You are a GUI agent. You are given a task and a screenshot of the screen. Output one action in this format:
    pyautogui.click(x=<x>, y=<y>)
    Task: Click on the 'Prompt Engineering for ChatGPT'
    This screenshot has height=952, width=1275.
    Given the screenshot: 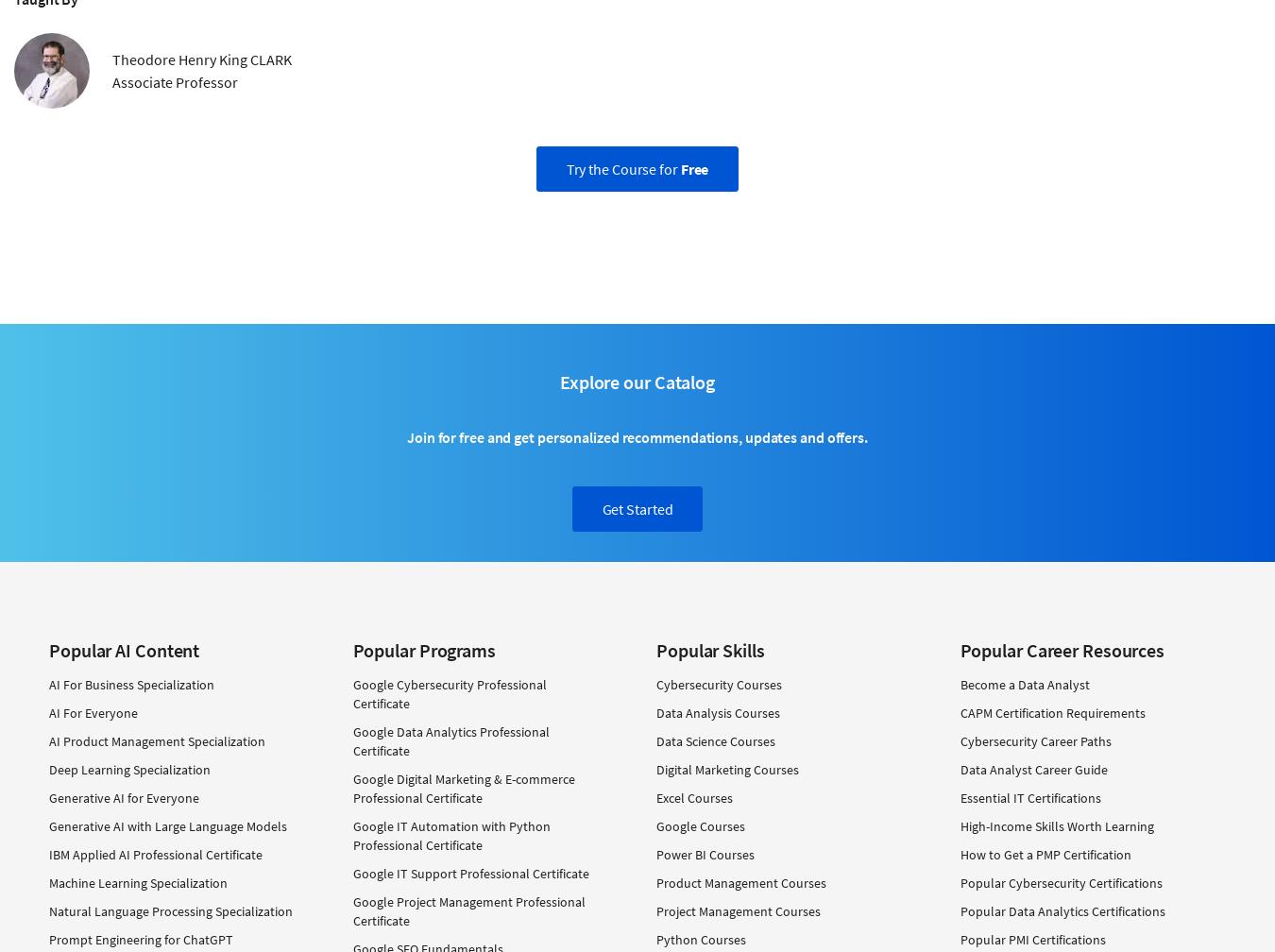 What is the action you would take?
    pyautogui.click(x=141, y=938)
    